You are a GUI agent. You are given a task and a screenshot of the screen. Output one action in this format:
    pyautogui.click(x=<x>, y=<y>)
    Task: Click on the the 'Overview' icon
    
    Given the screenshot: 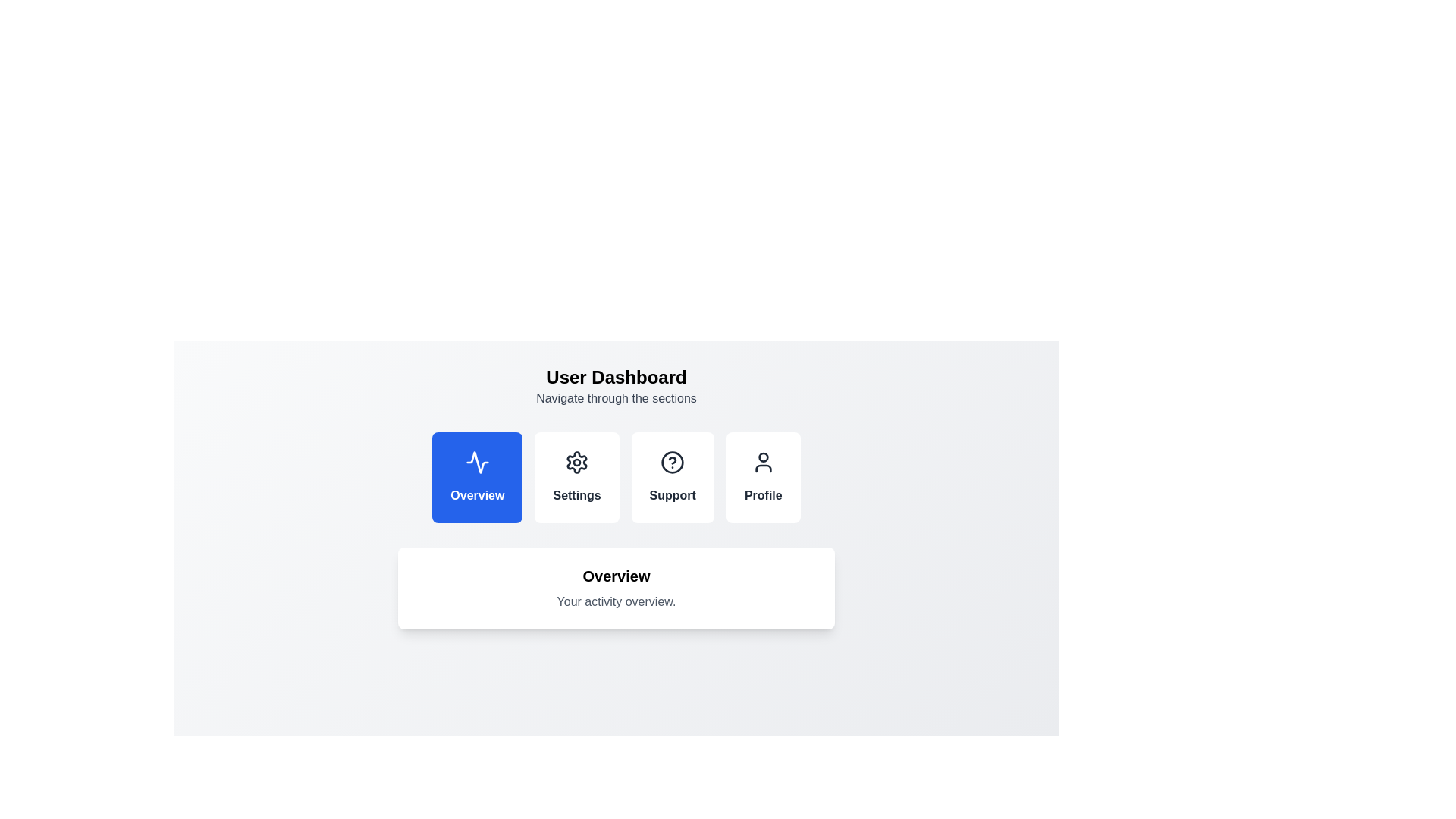 What is the action you would take?
    pyautogui.click(x=476, y=461)
    